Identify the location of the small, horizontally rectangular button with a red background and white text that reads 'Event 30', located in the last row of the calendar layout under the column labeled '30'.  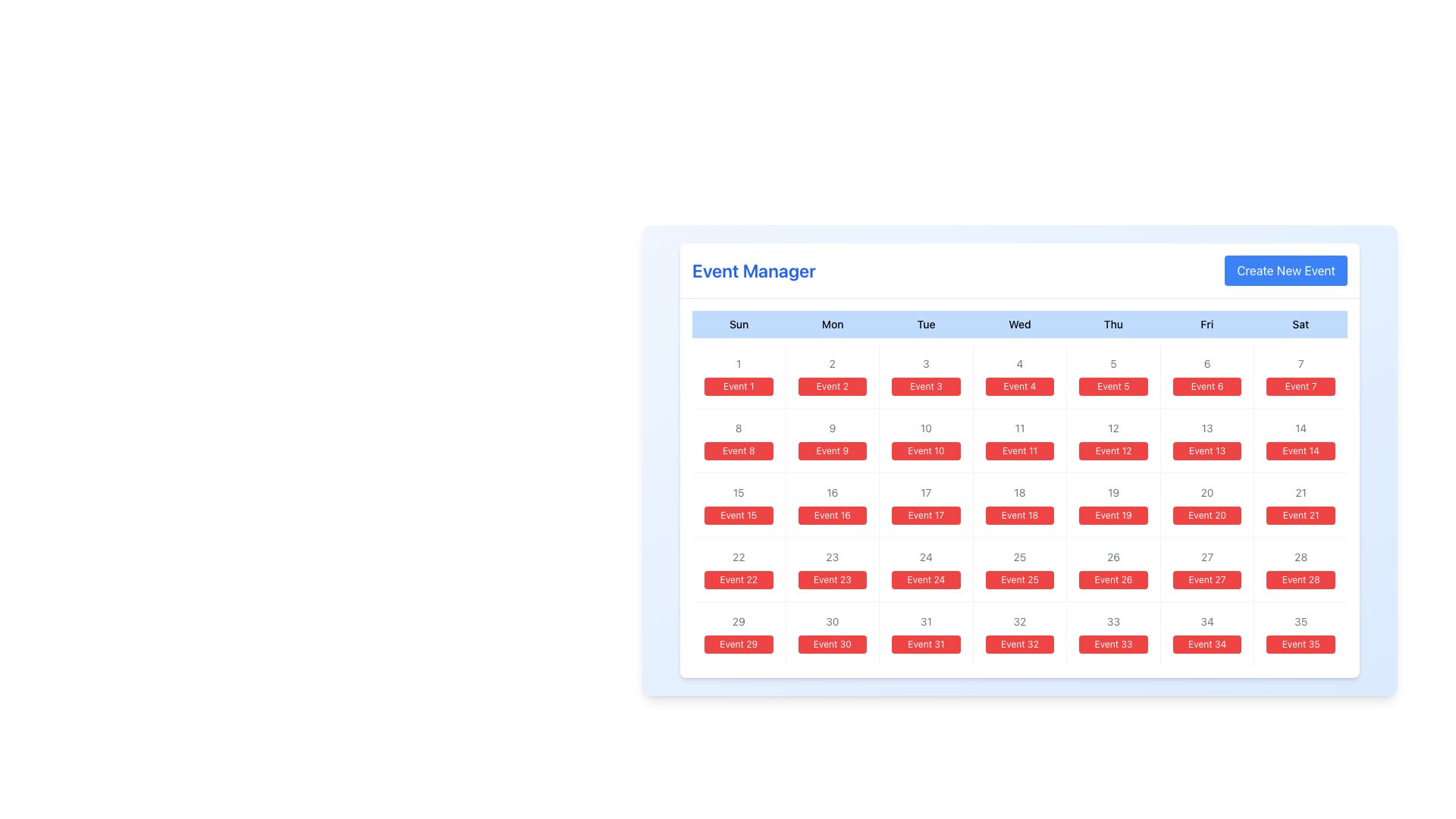
(831, 644).